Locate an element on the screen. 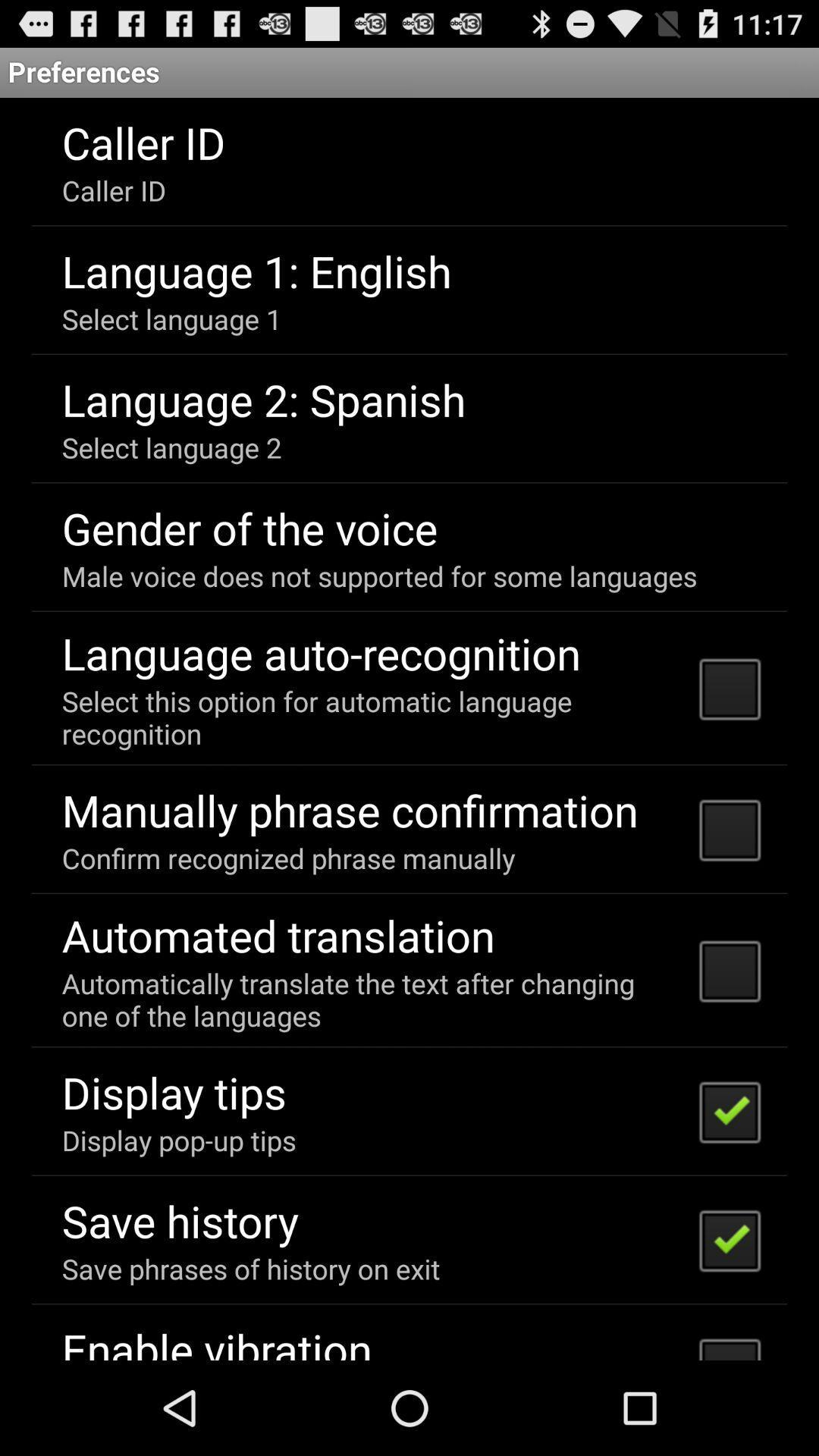 The image size is (819, 1456). app above automatically translate the icon is located at coordinates (278, 934).